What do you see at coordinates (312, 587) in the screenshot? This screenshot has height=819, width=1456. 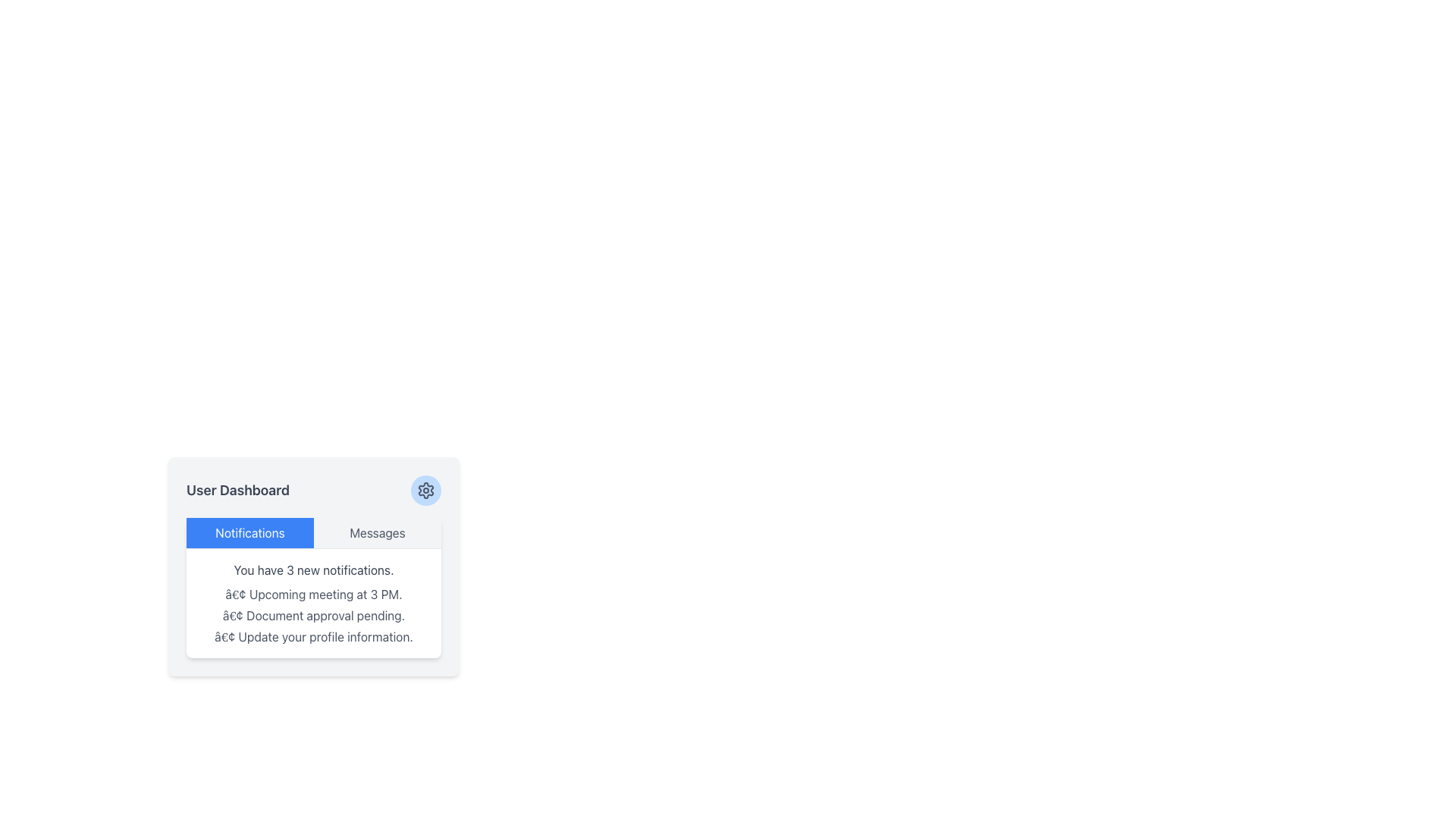 I see `notification content by interacting with the notifications panel located in the 'User Dashboard' below its title area` at bounding box center [312, 587].